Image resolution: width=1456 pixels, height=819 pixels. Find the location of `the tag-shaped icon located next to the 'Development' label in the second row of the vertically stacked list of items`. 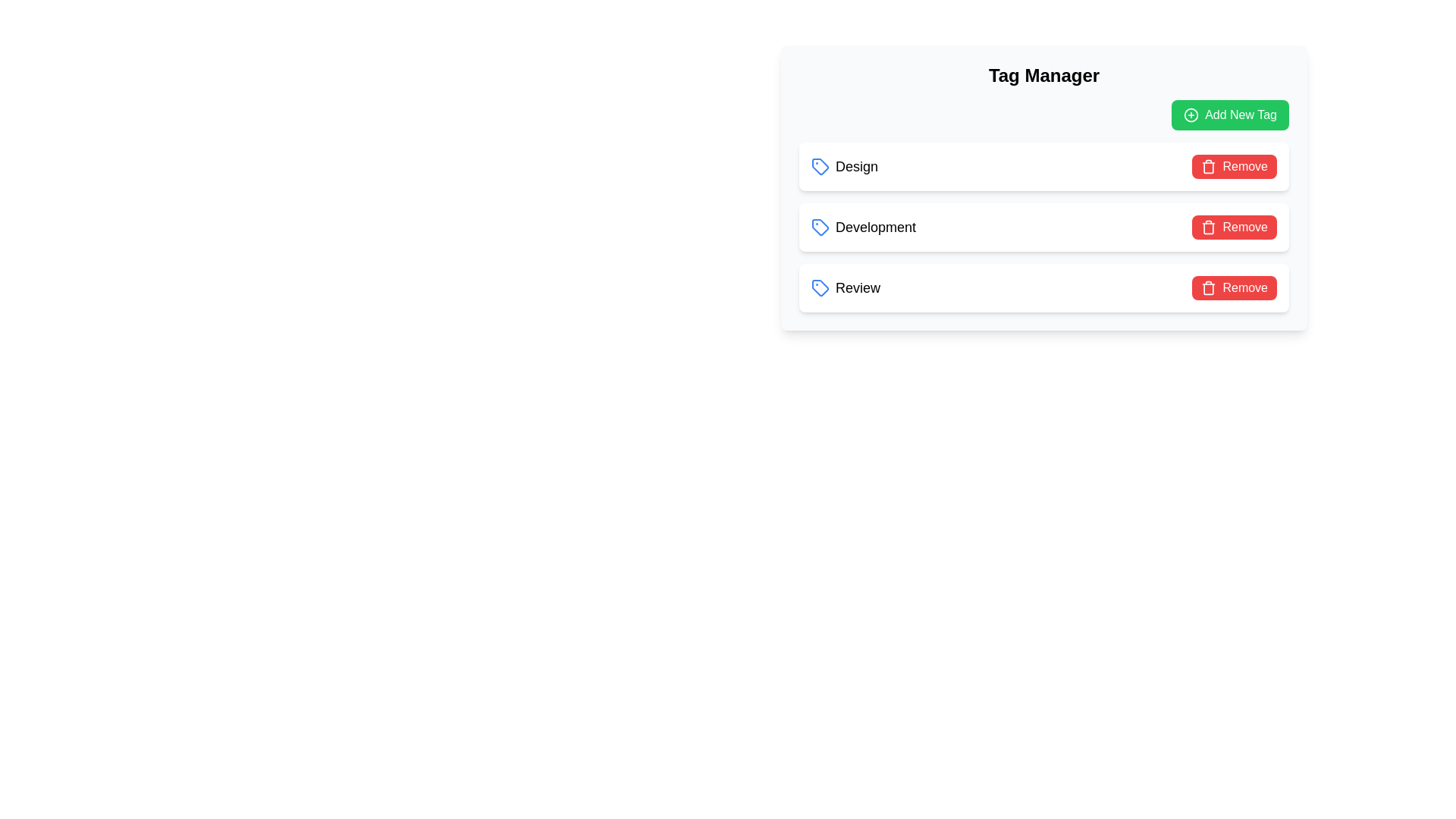

the tag-shaped icon located next to the 'Development' label in the second row of the vertically stacked list of items is located at coordinates (819, 227).